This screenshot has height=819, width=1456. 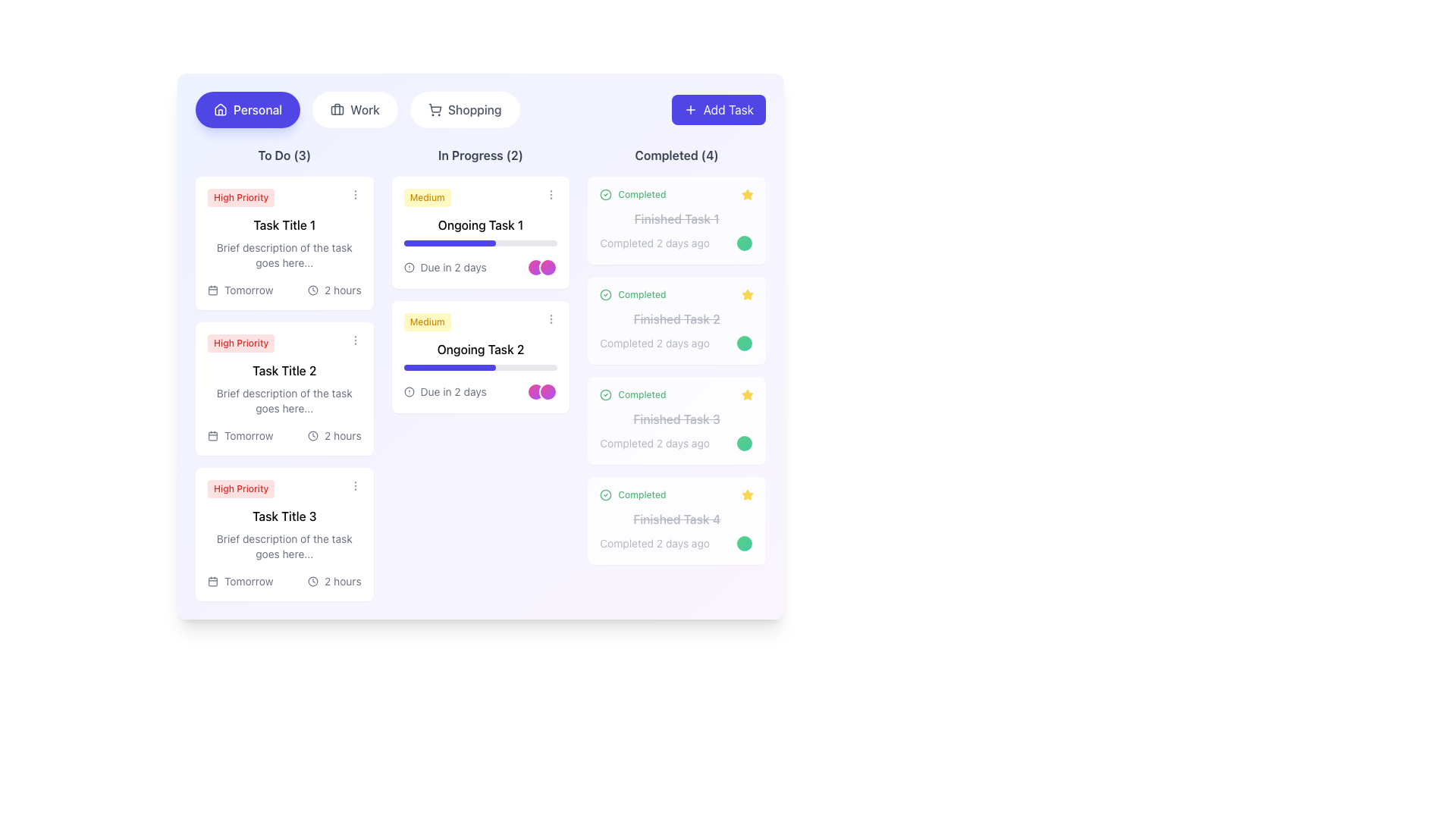 What do you see at coordinates (605, 494) in the screenshot?
I see `the central circular part of the checkmark icon under the 'Completed' tasks section, which visually indicates the completion of 'Finished Task 1'` at bounding box center [605, 494].